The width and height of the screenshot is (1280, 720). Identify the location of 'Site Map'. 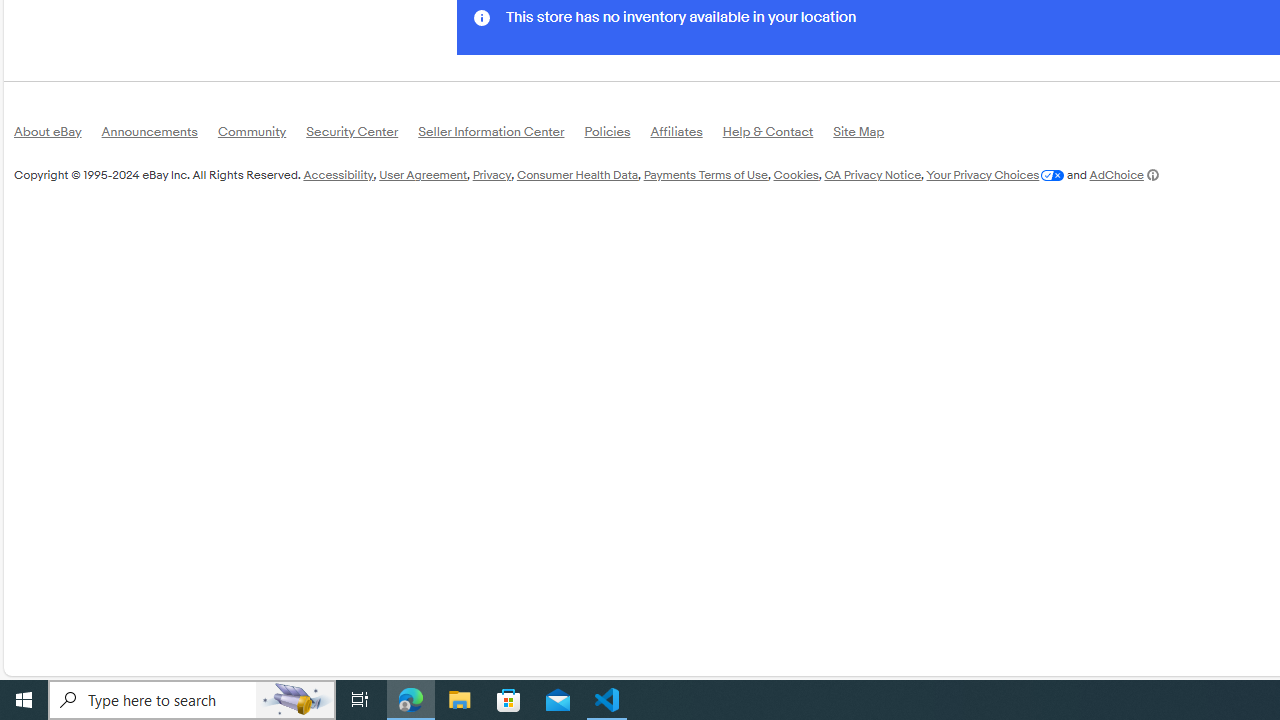
(869, 135).